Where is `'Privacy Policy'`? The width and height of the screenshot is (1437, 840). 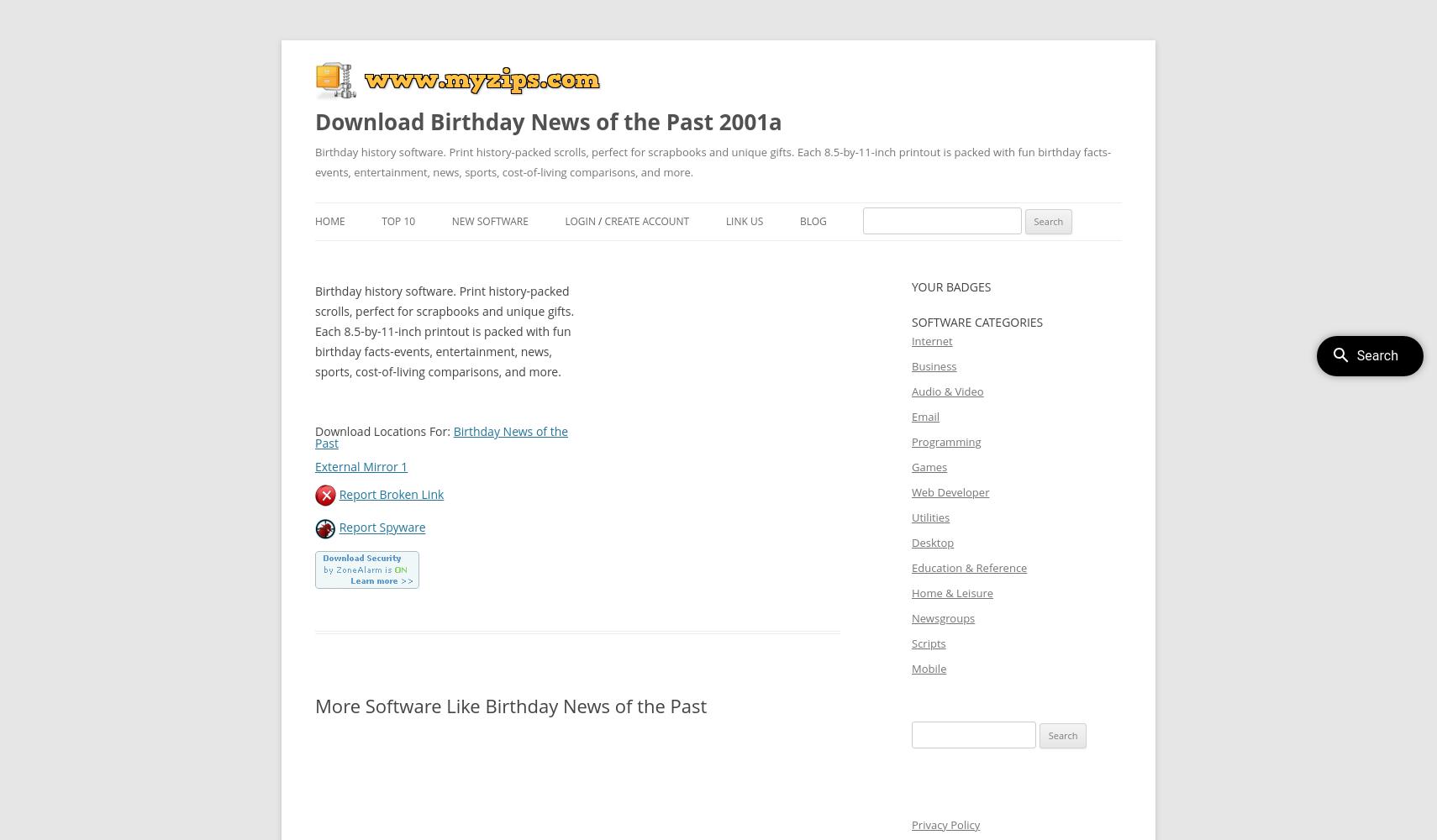
'Privacy Policy' is located at coordinates (910, 824).